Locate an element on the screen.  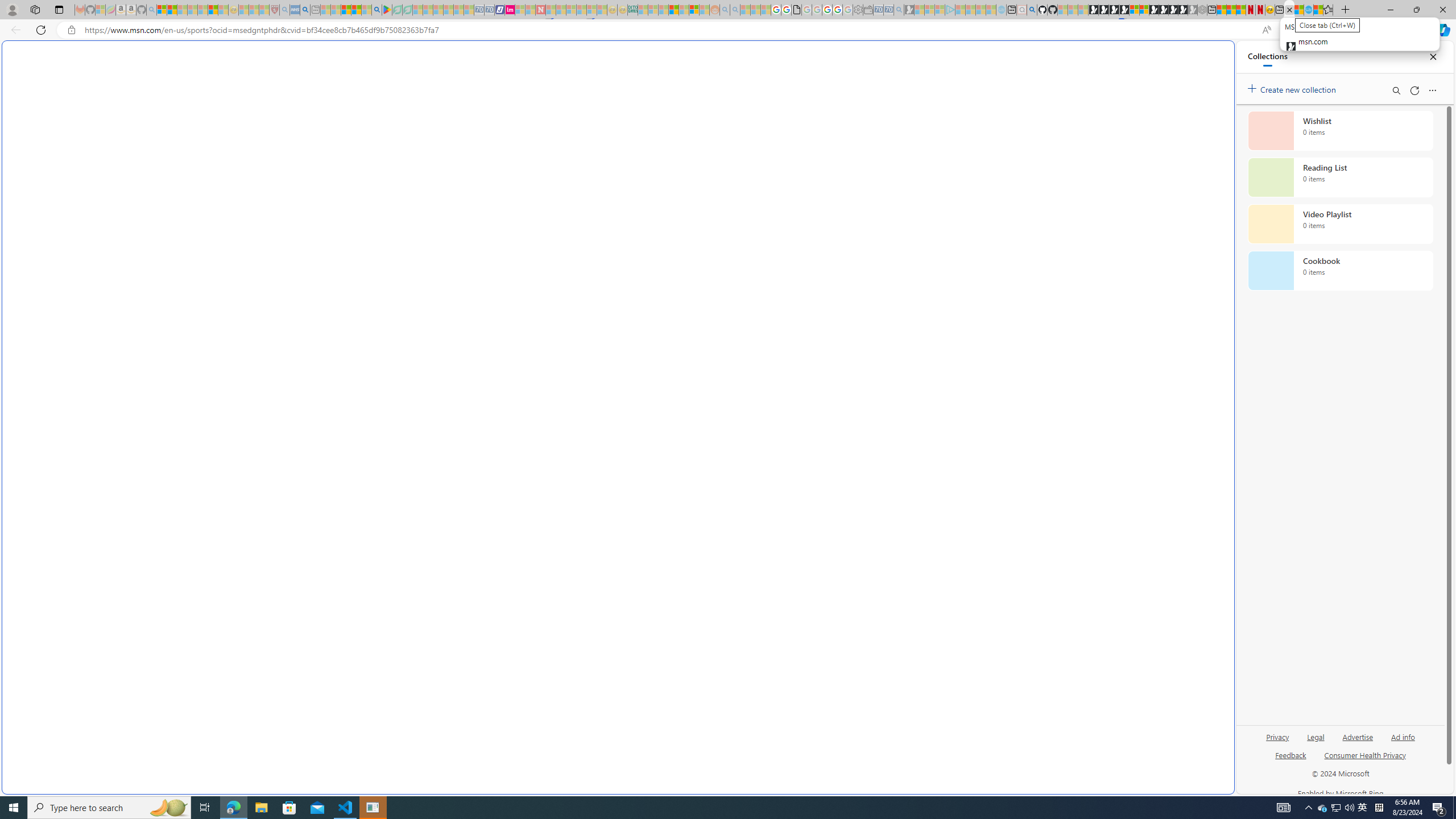
'Jobs - lastminute.com Investor Portal' is located at coordinates (510, 9).